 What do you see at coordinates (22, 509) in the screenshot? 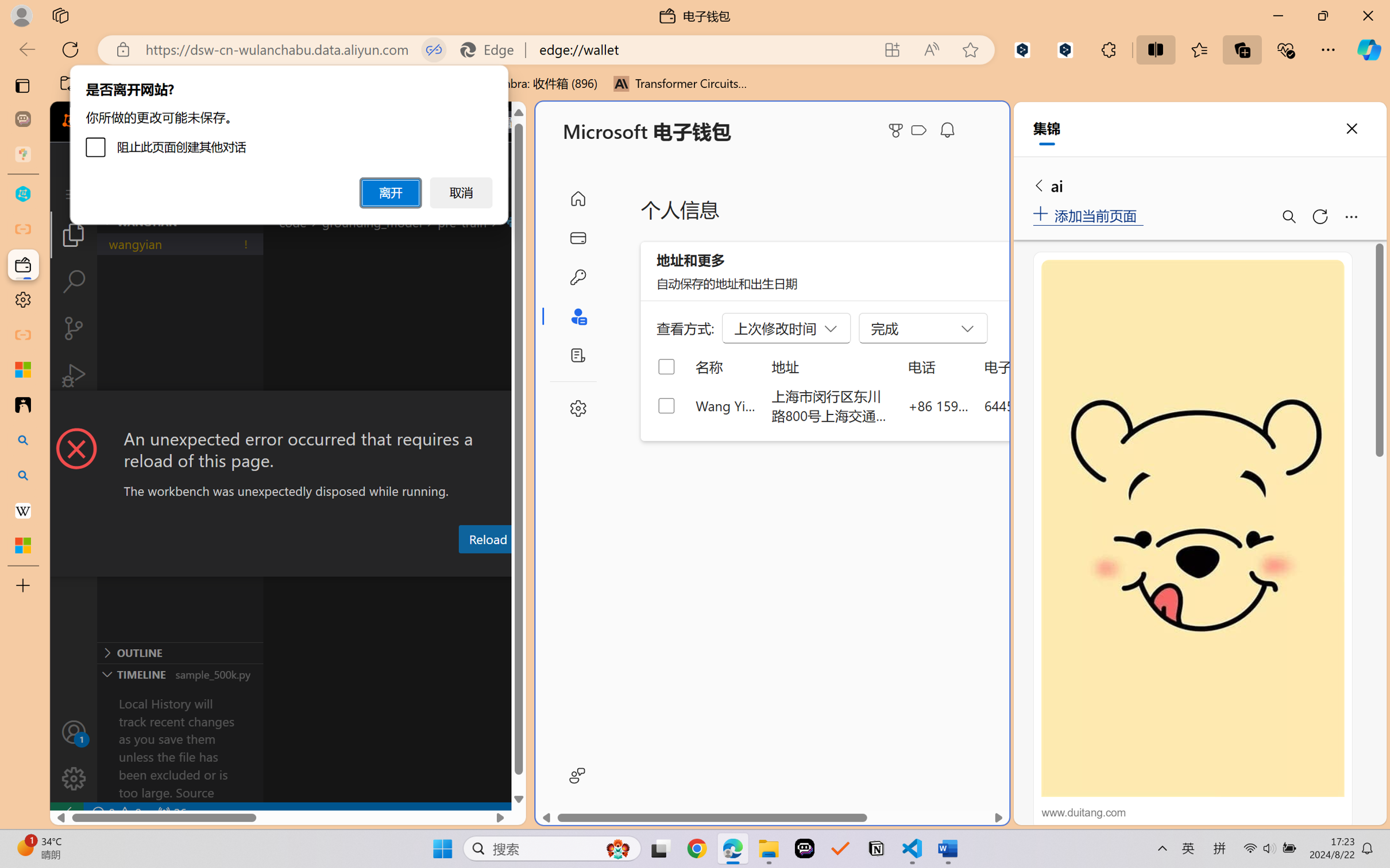
I see `'Earth - Wikipedia'` at bounding box center [22, 509].